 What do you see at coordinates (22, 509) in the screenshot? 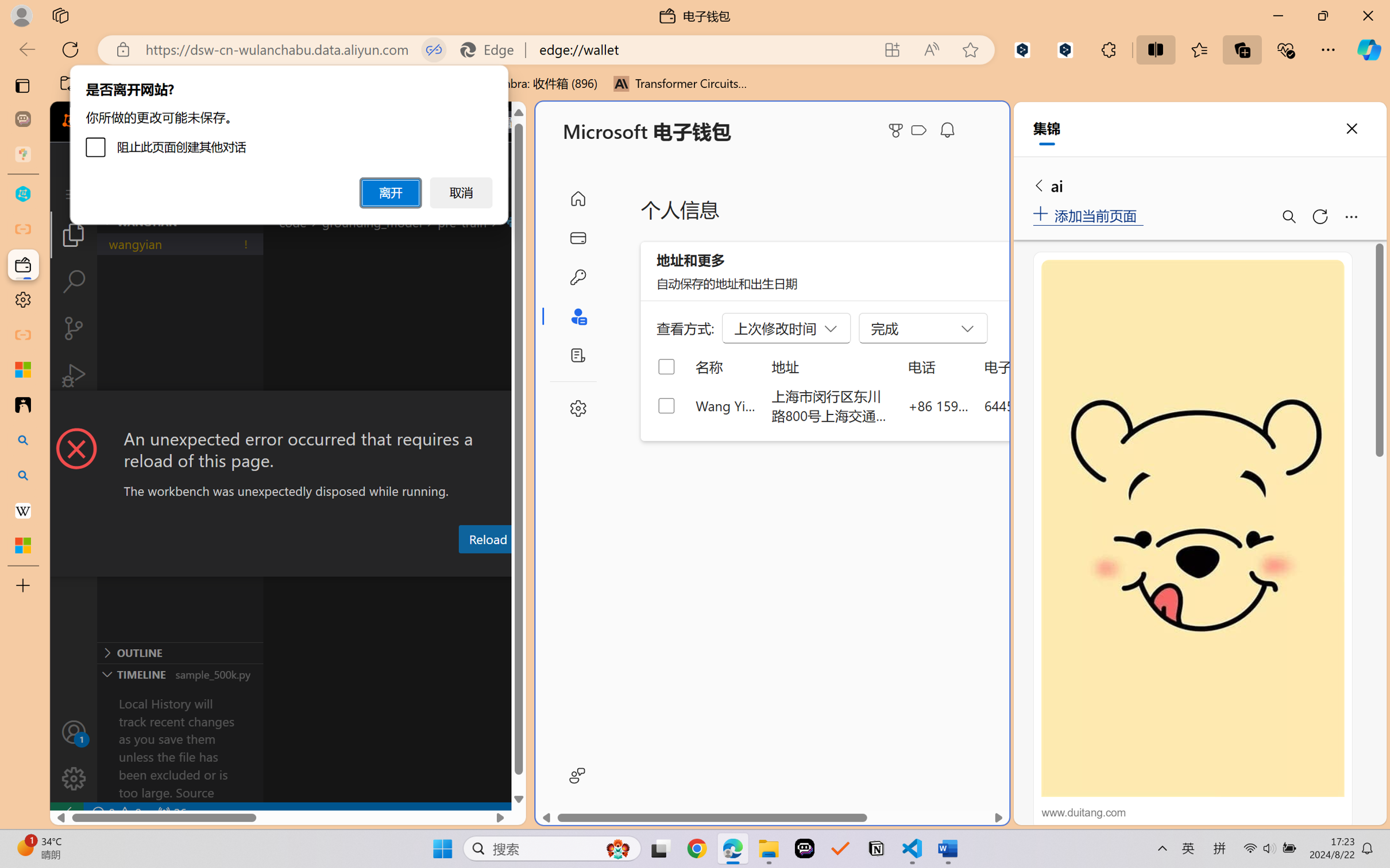
I see `'Earth - Wikipedia'` at bounding box center [22, 509].